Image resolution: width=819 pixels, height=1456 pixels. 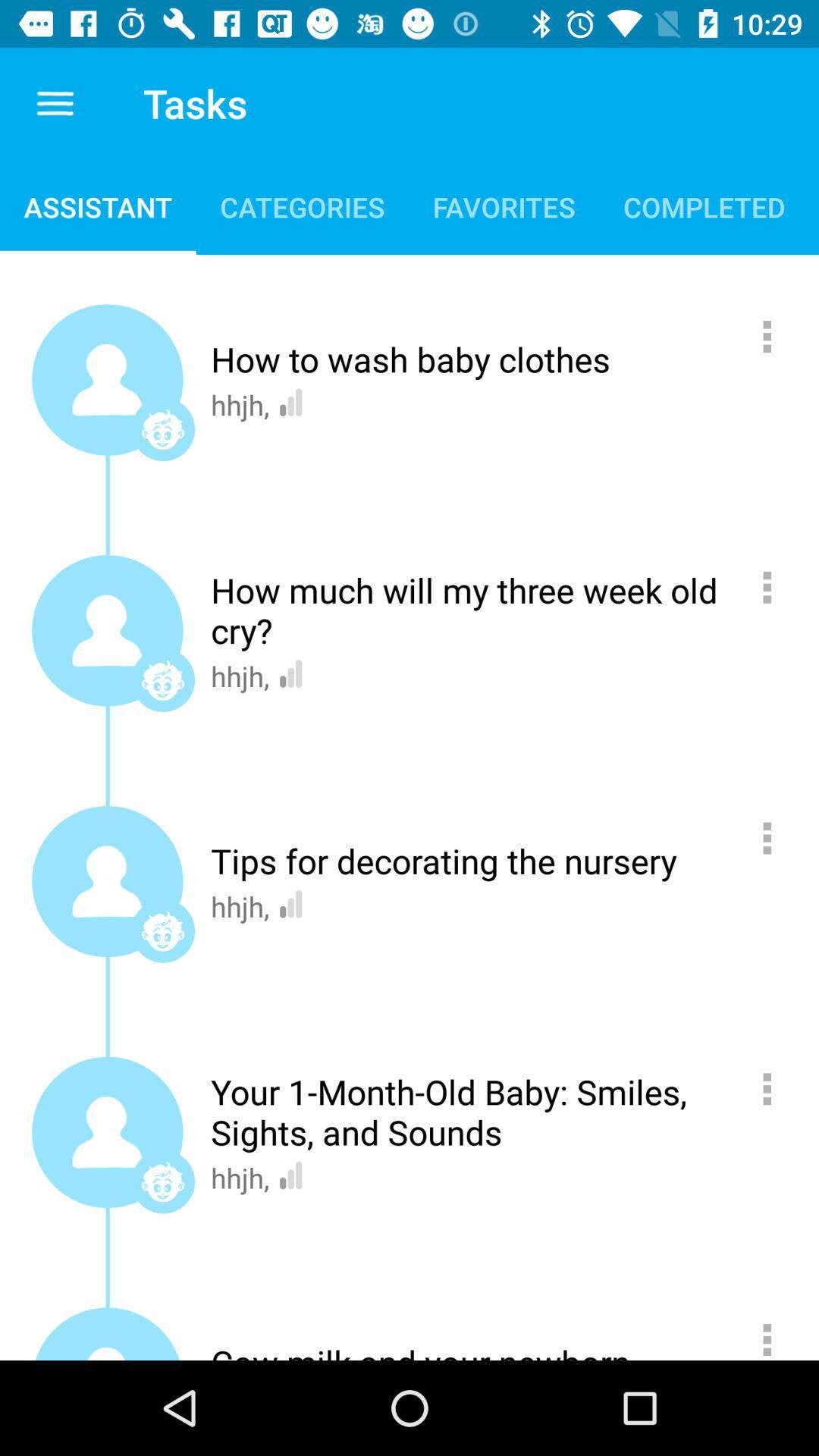 What do you see at coordinates (775, 586) in the screenshot?
I see `more options` at bounding box center [775, 586].